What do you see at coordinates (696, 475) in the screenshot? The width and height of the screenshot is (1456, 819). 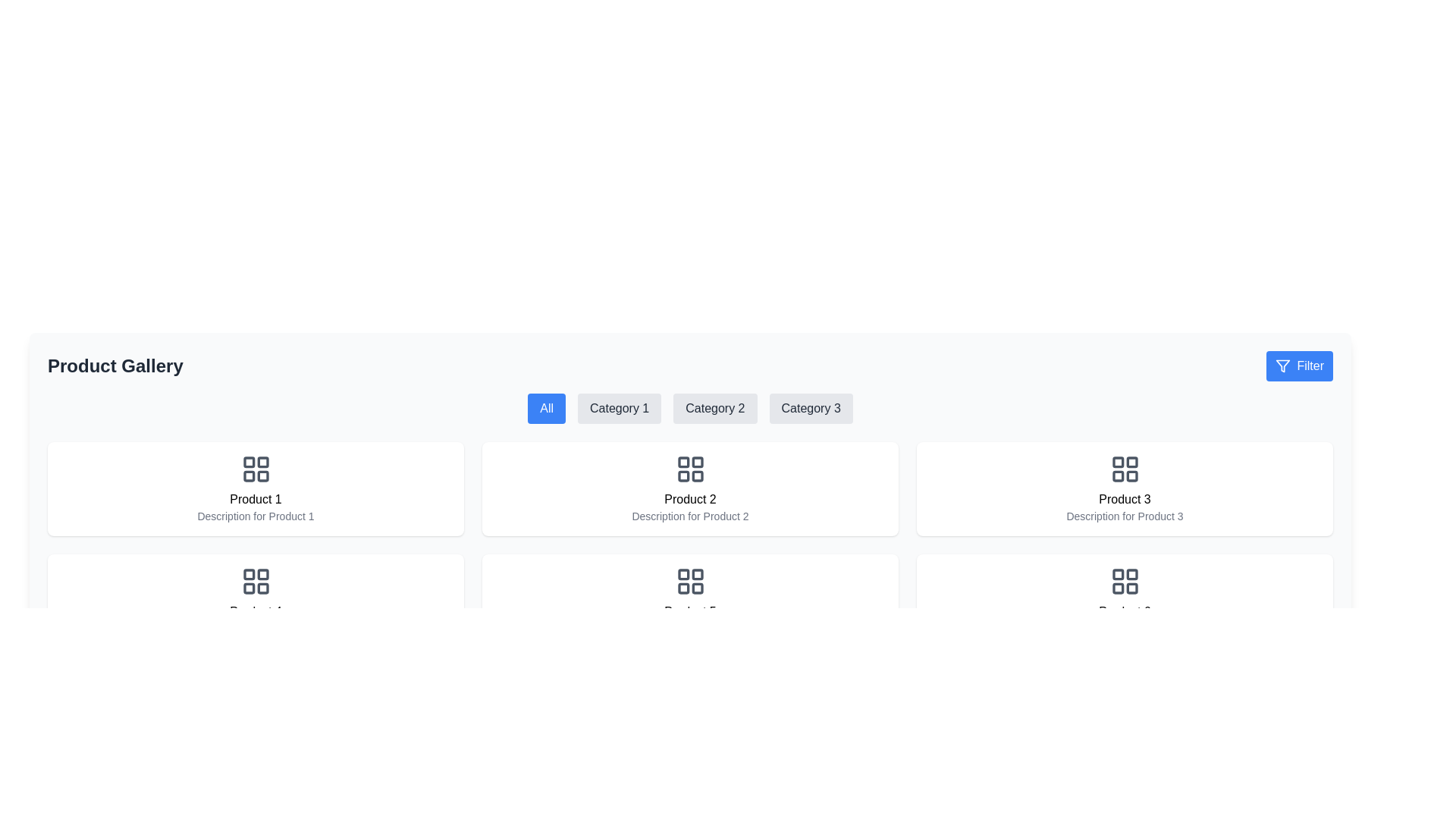 I see `the bottom-right grid cell of the grid icon within the 'Product 2' card, which is part of the product cards on the page` at bounding box center [696, 475].